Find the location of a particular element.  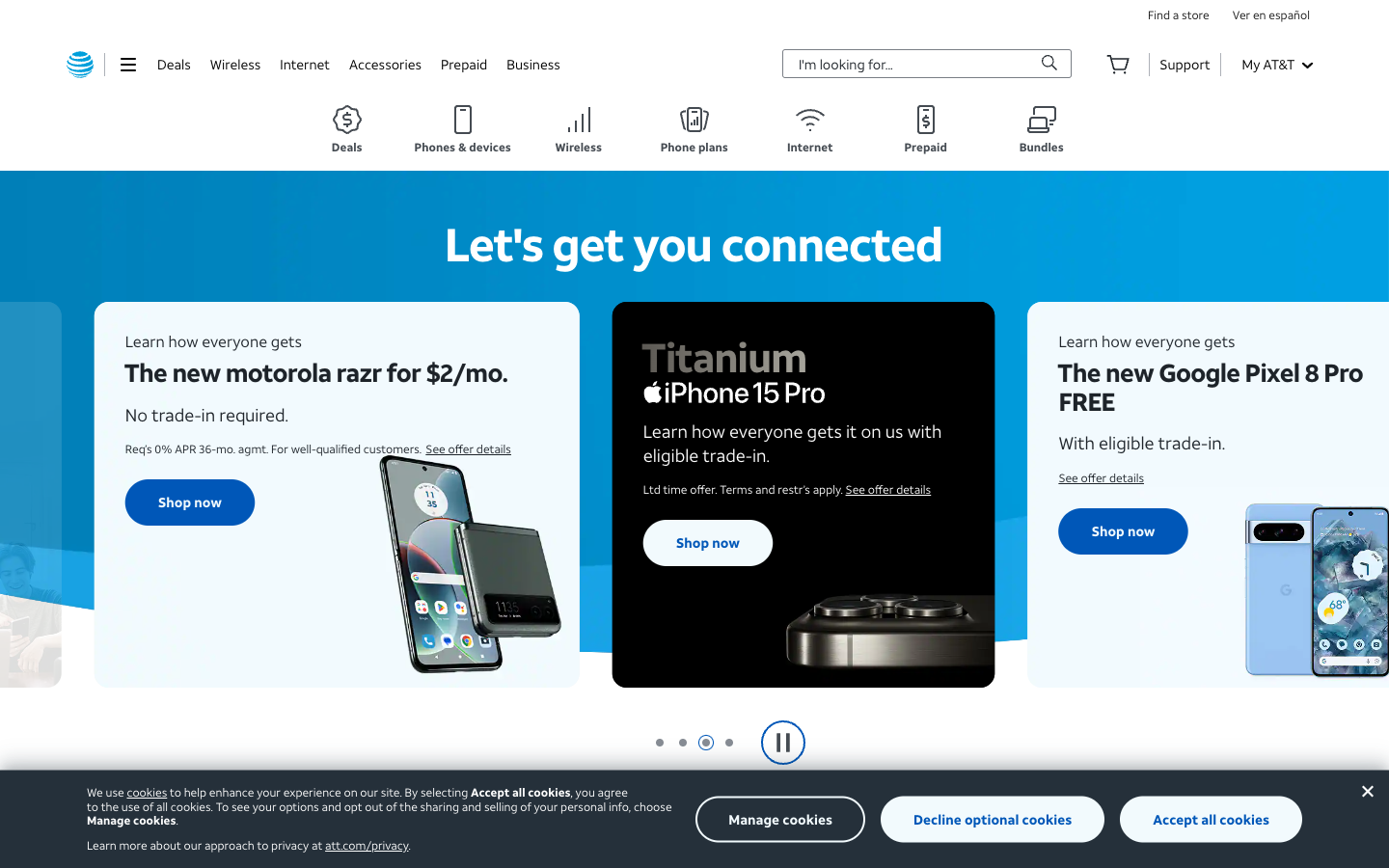

Look for phone plans is located at coordinates (694, 129).